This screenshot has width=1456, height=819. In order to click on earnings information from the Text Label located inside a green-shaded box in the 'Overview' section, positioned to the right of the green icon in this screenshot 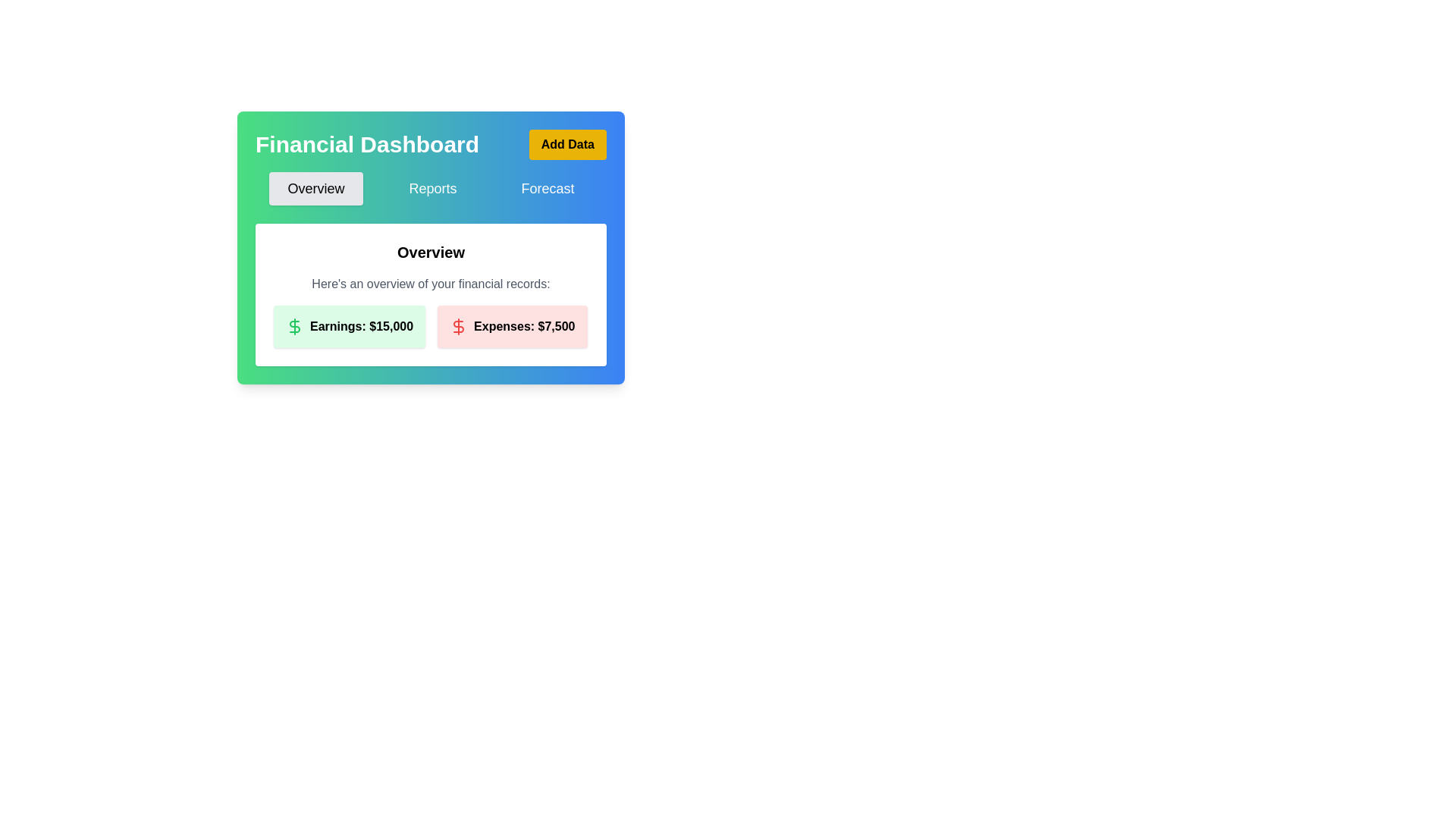, I will do `click(361, 326)`.